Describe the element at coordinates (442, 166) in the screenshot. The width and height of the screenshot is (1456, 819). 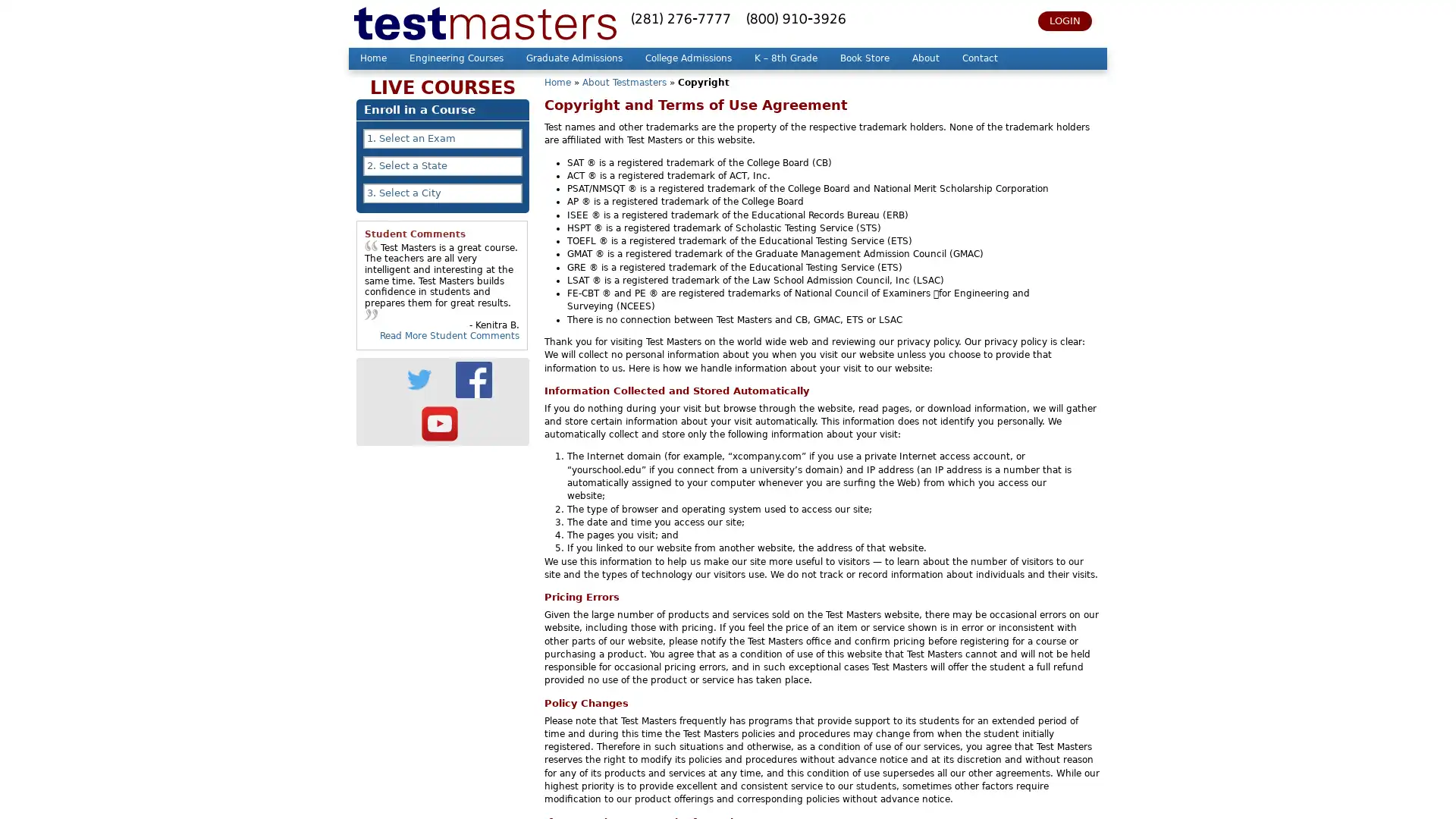
I see `2. Select a State` at that location.